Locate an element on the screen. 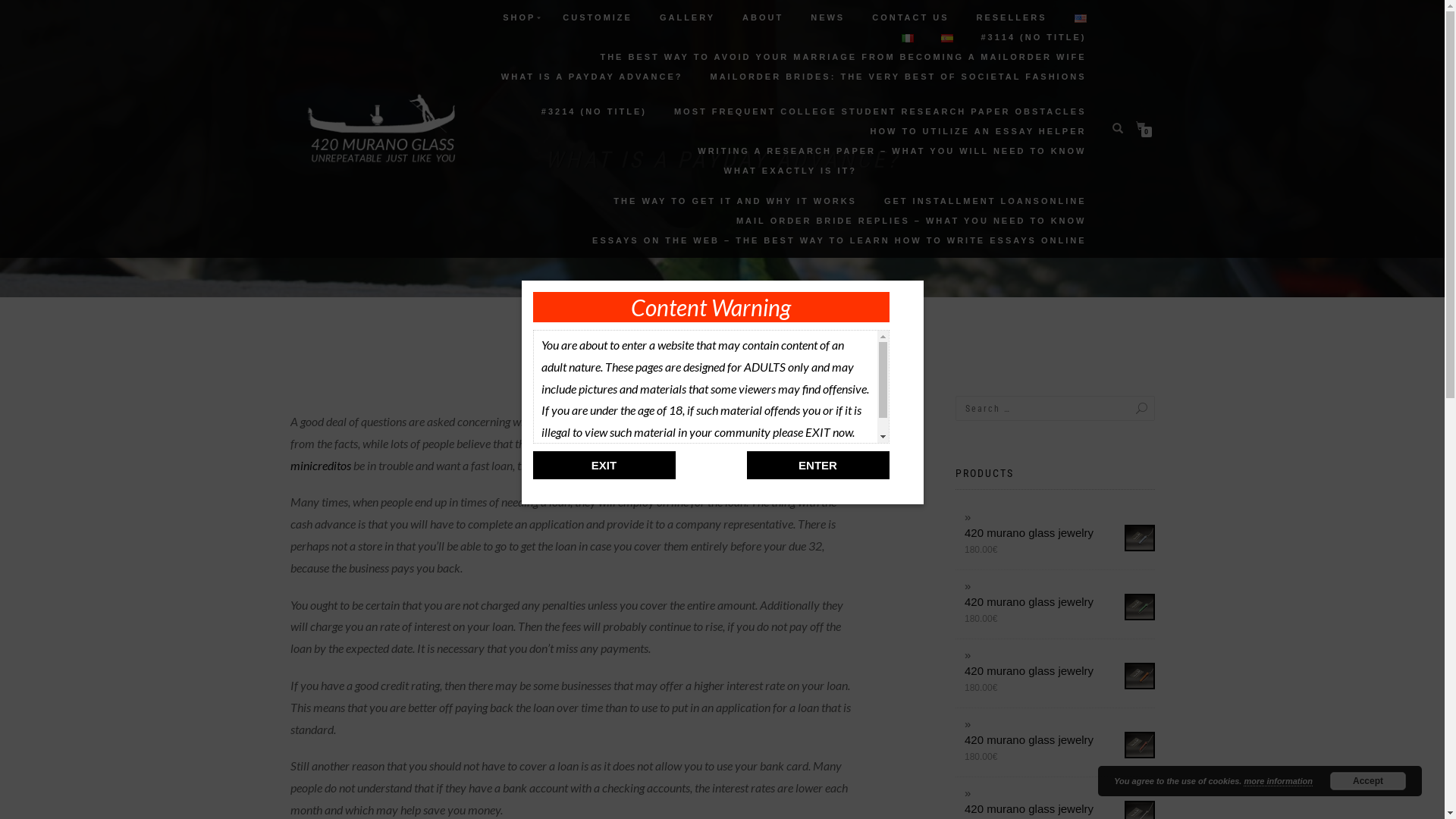  'GET INSTALLMENT LOANSONLINE' is located at coordinates (985, 200).